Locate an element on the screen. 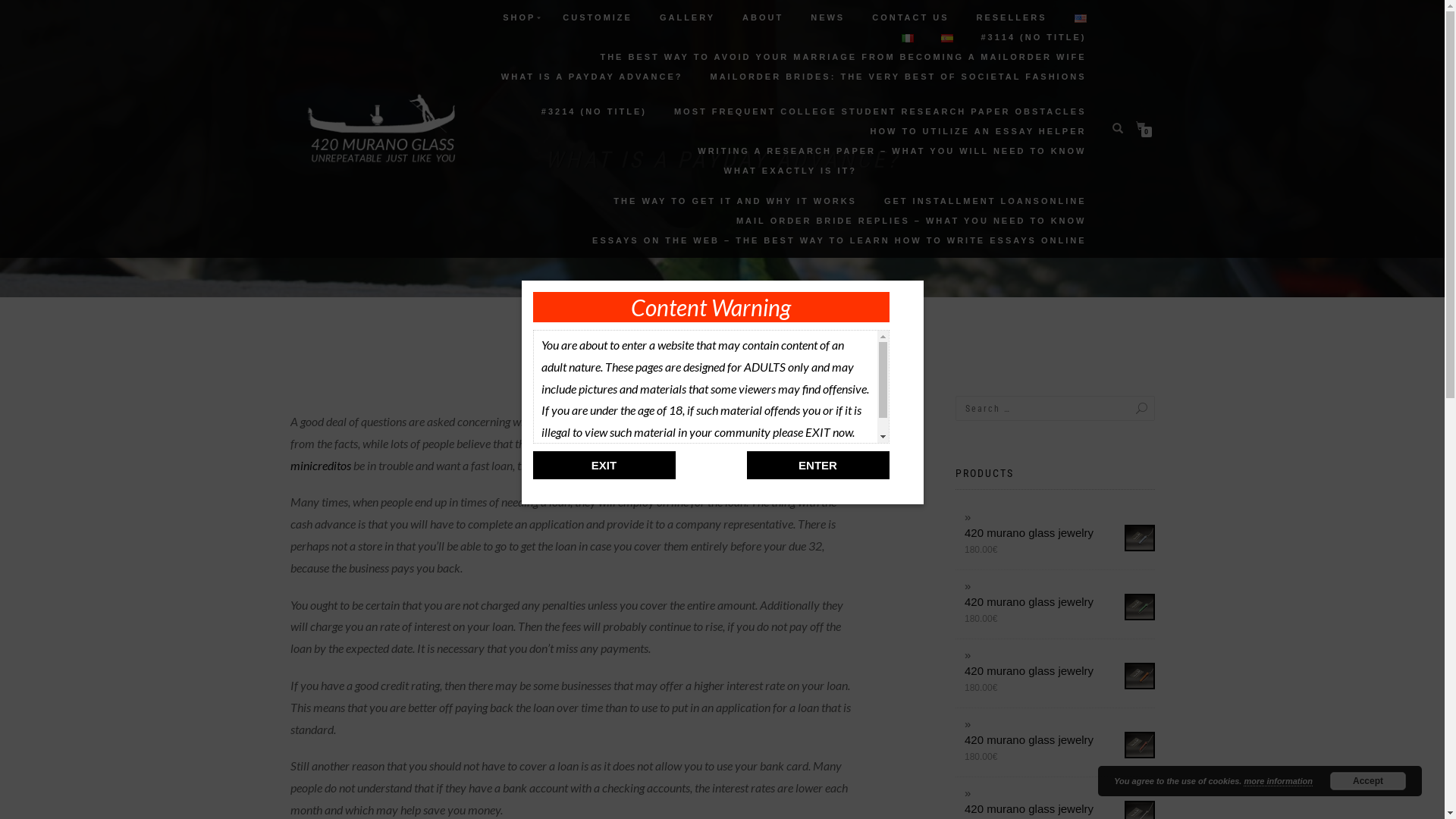  'GET INSTALLMENT LOANSONLINE' is located at coordinates (985, 200).